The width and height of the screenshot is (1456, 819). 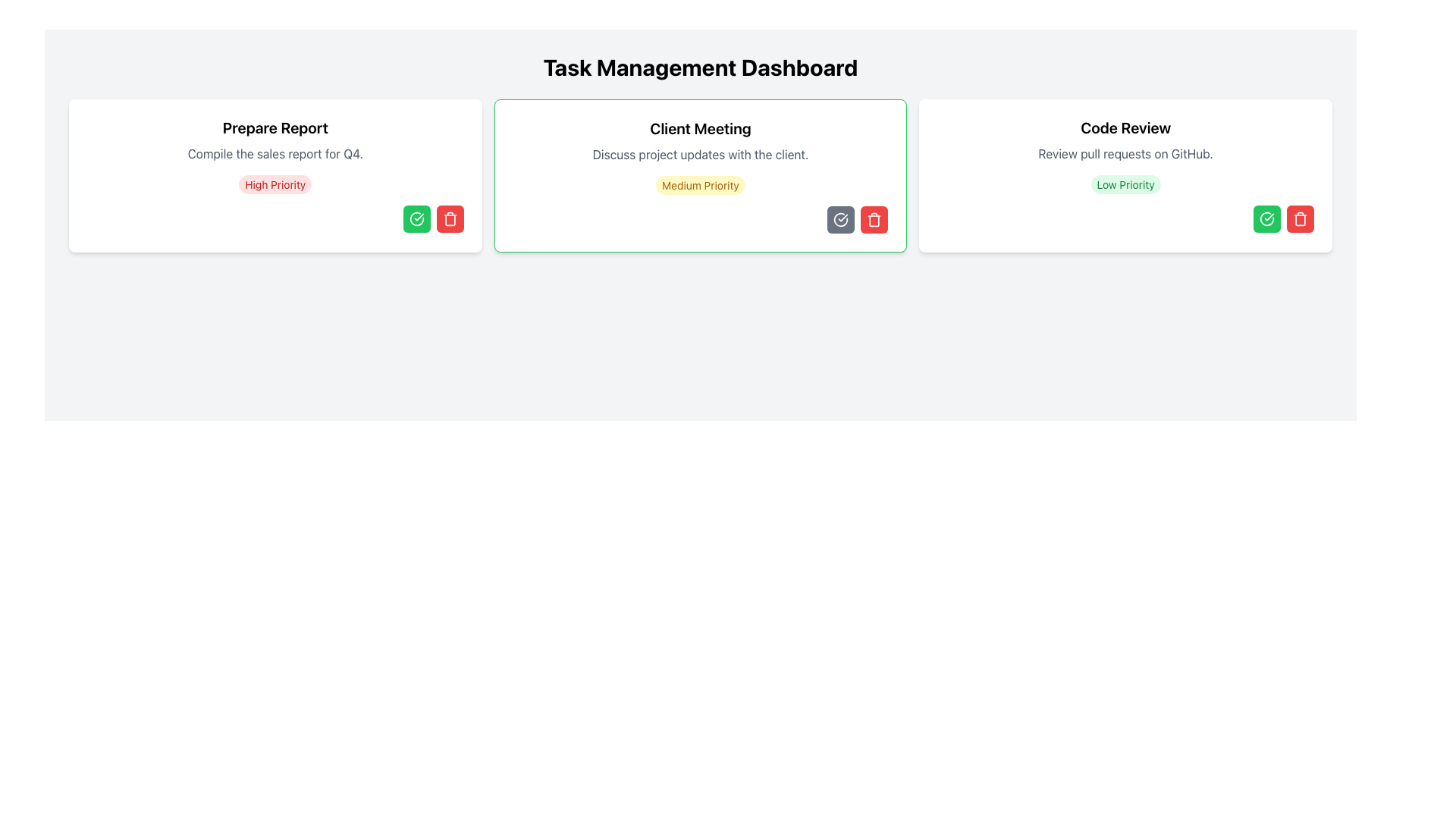 What do you see at coordinates (1299, 219) in the screenshot?
I see `the delete button located at the bottom right corner of the 'Code Review' task card` at bounding box center [1299, 219].